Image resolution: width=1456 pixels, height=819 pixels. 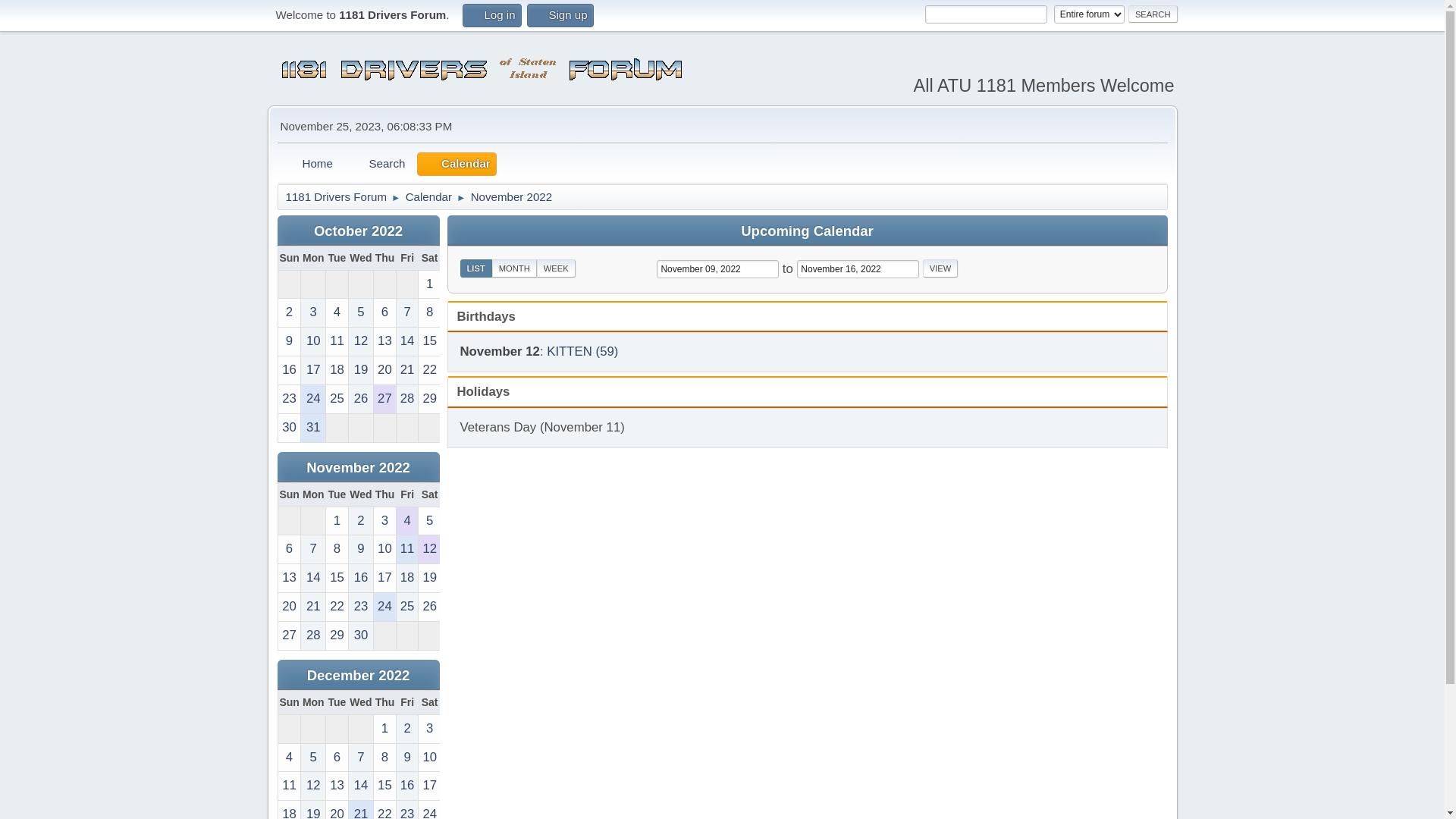 I want to click on '22', so click(x=336, y=606).